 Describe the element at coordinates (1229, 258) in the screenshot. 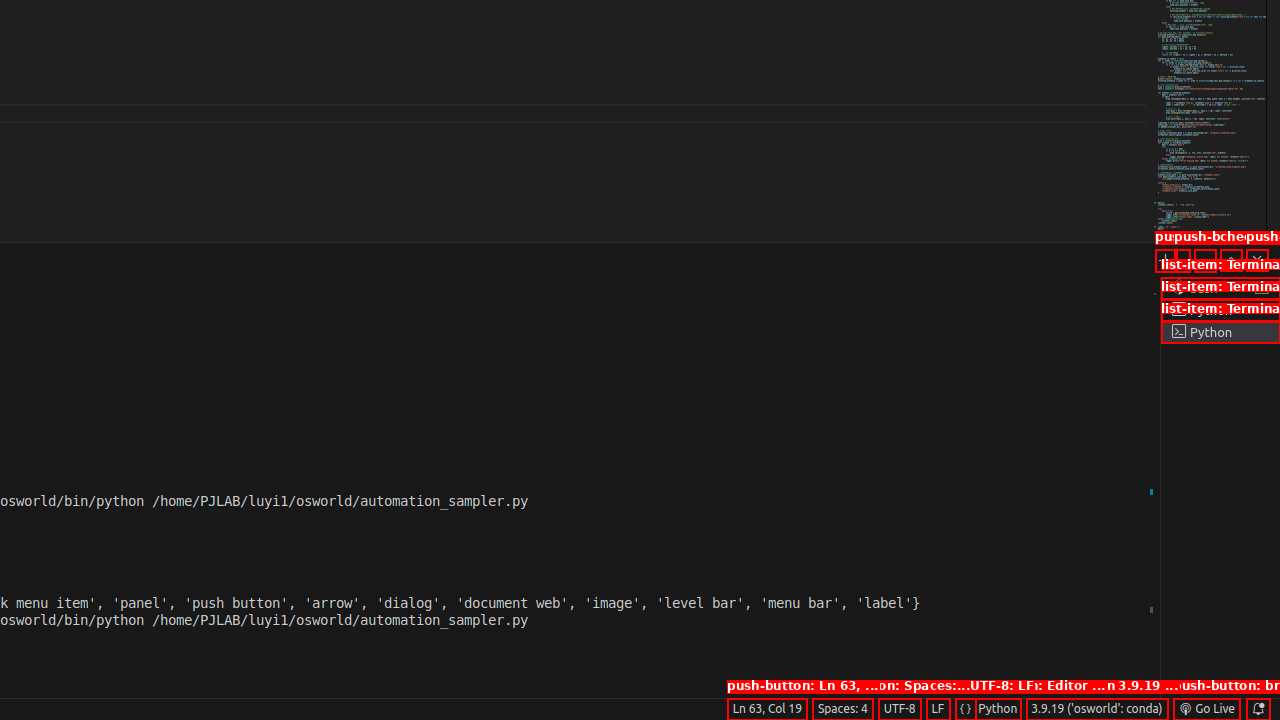

I see `'Maximize Panel Size'` at that location.